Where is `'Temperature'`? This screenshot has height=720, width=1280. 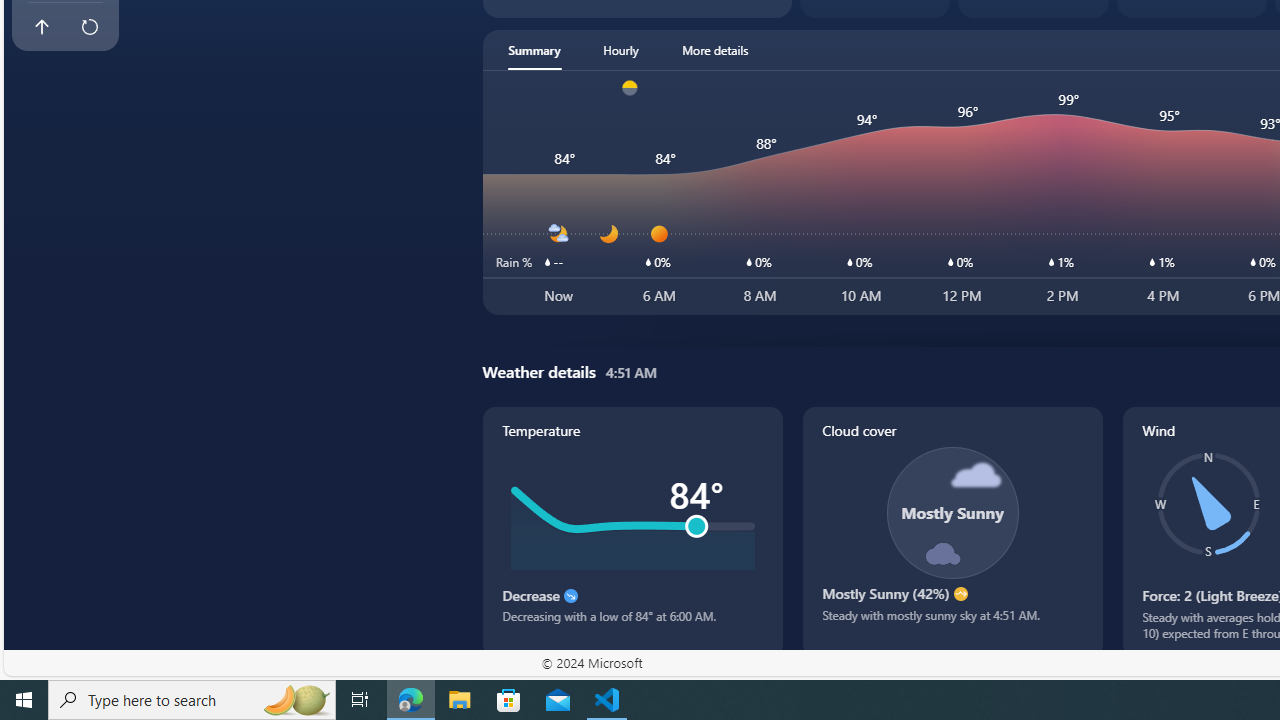 'Temperature' is located at coordinates (631, 530).